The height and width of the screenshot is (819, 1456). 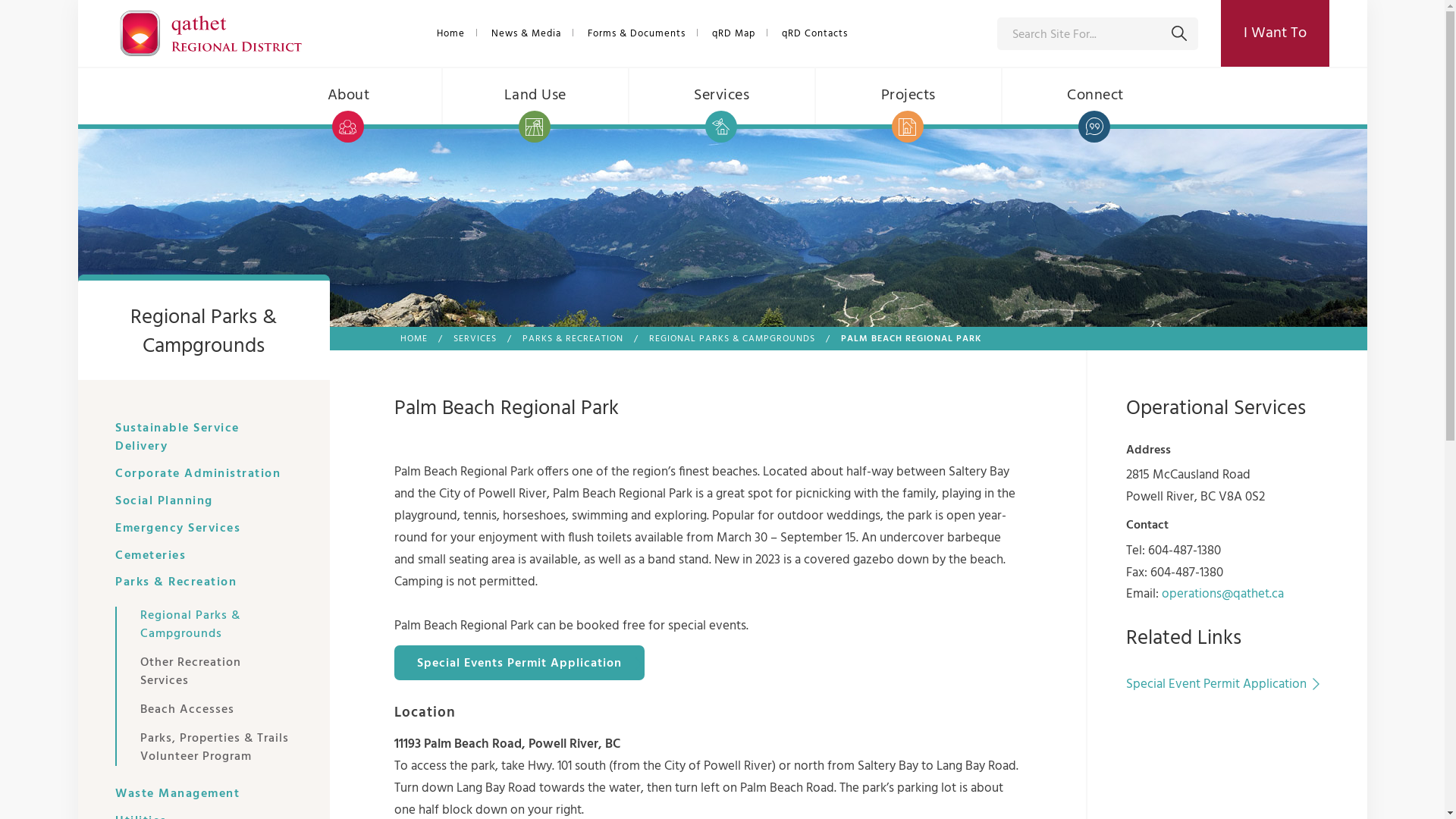 What do you see at coordinates (770, 33) in the screenshot?
I see `'qRD Contacts'` at bounding box center [770, 33].